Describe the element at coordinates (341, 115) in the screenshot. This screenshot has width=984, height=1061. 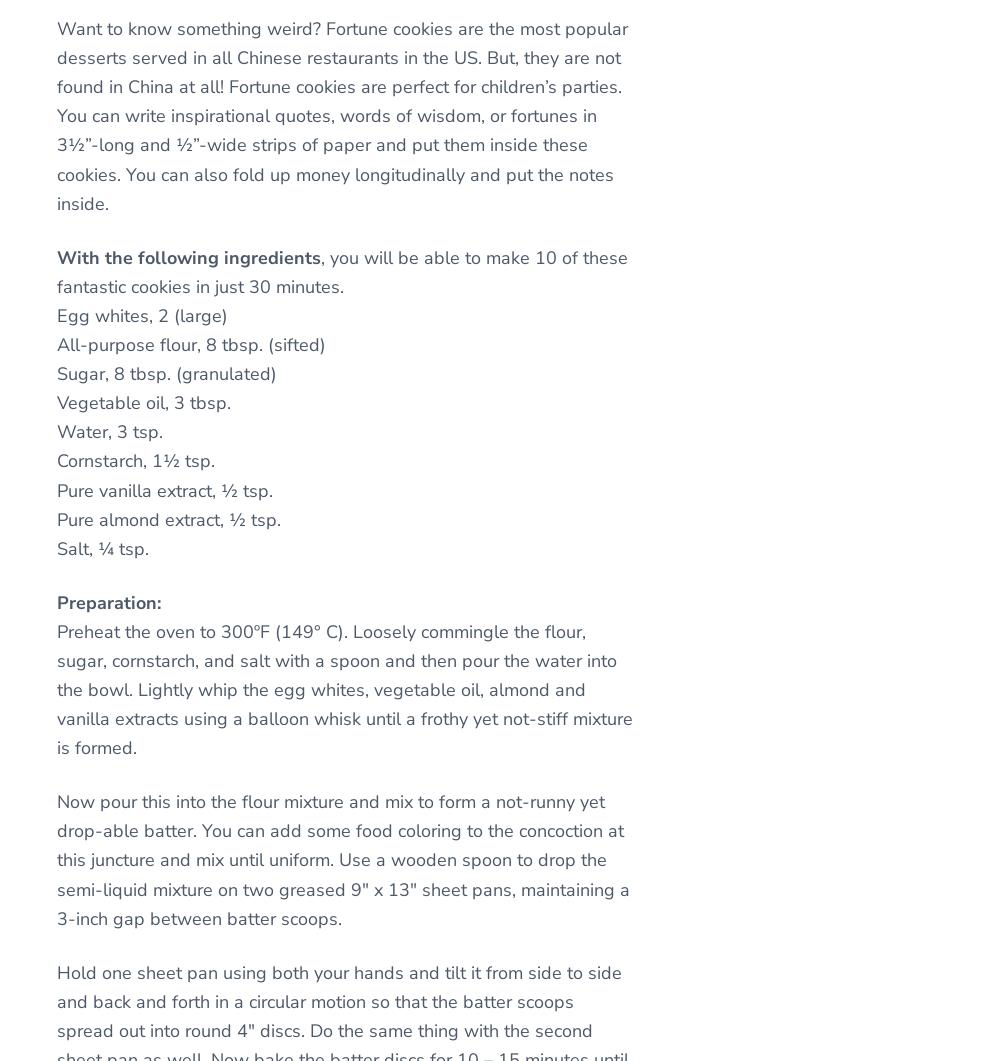
I see `'Want to know something weird? Fortune cookies are the most popular desserts served in all Chinese restaurants in the US. But, they are not found in China at all! Fortune cookies are perfect for children’s parties. You can write inspirational quotes, words of wisdom, or fortunes in 3½”-long and ½”-wide strips of paper and put them inside these cookies. You can also fold up money longitudinally and put the notes inside.'` at that location.